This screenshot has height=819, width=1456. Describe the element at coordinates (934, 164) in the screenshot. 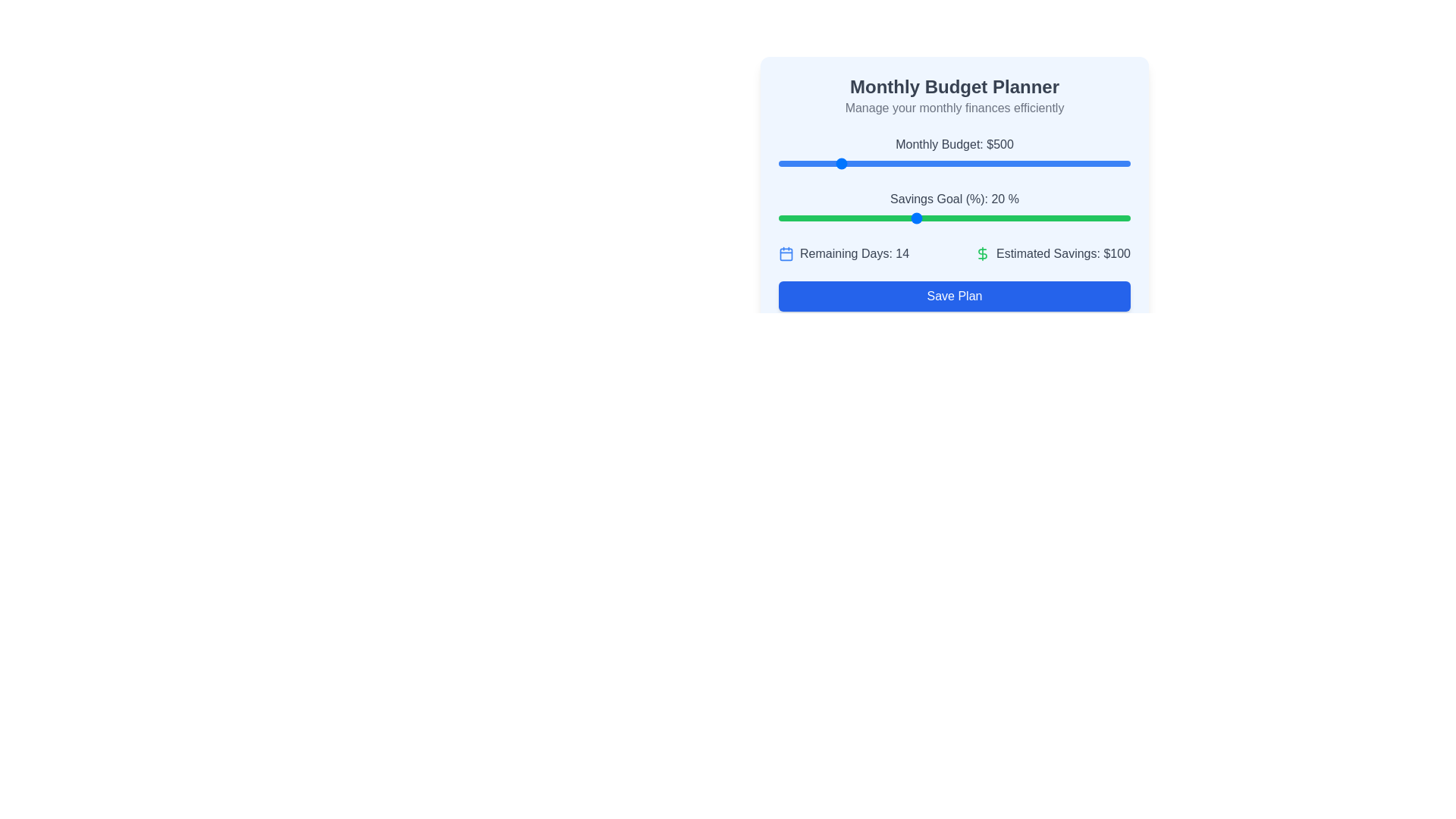

I see `the budget` at that location.